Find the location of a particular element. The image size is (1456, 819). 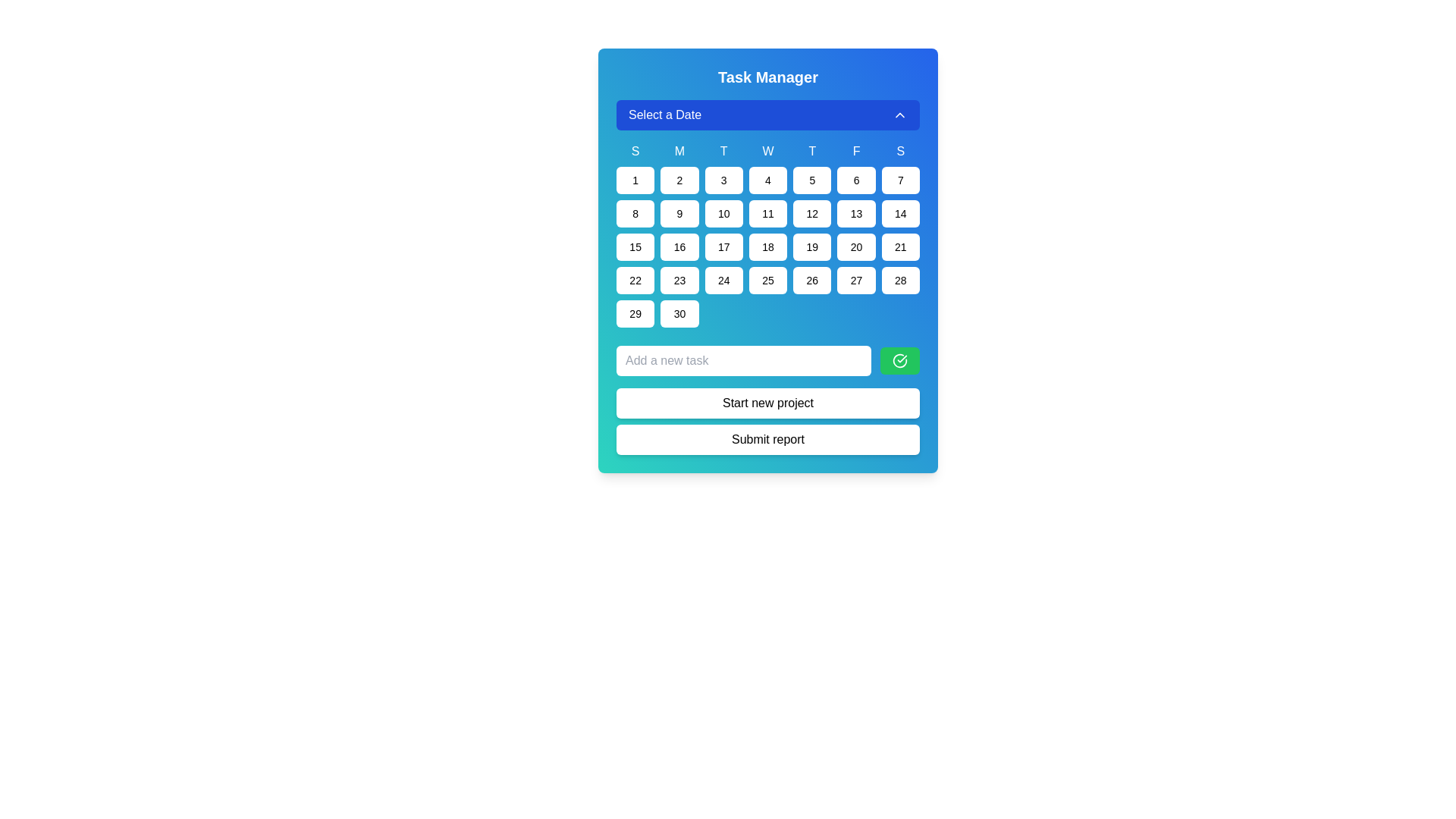

the button representing the date '21' in the calendar section of the task management interface is located at coordinates (900, 246).